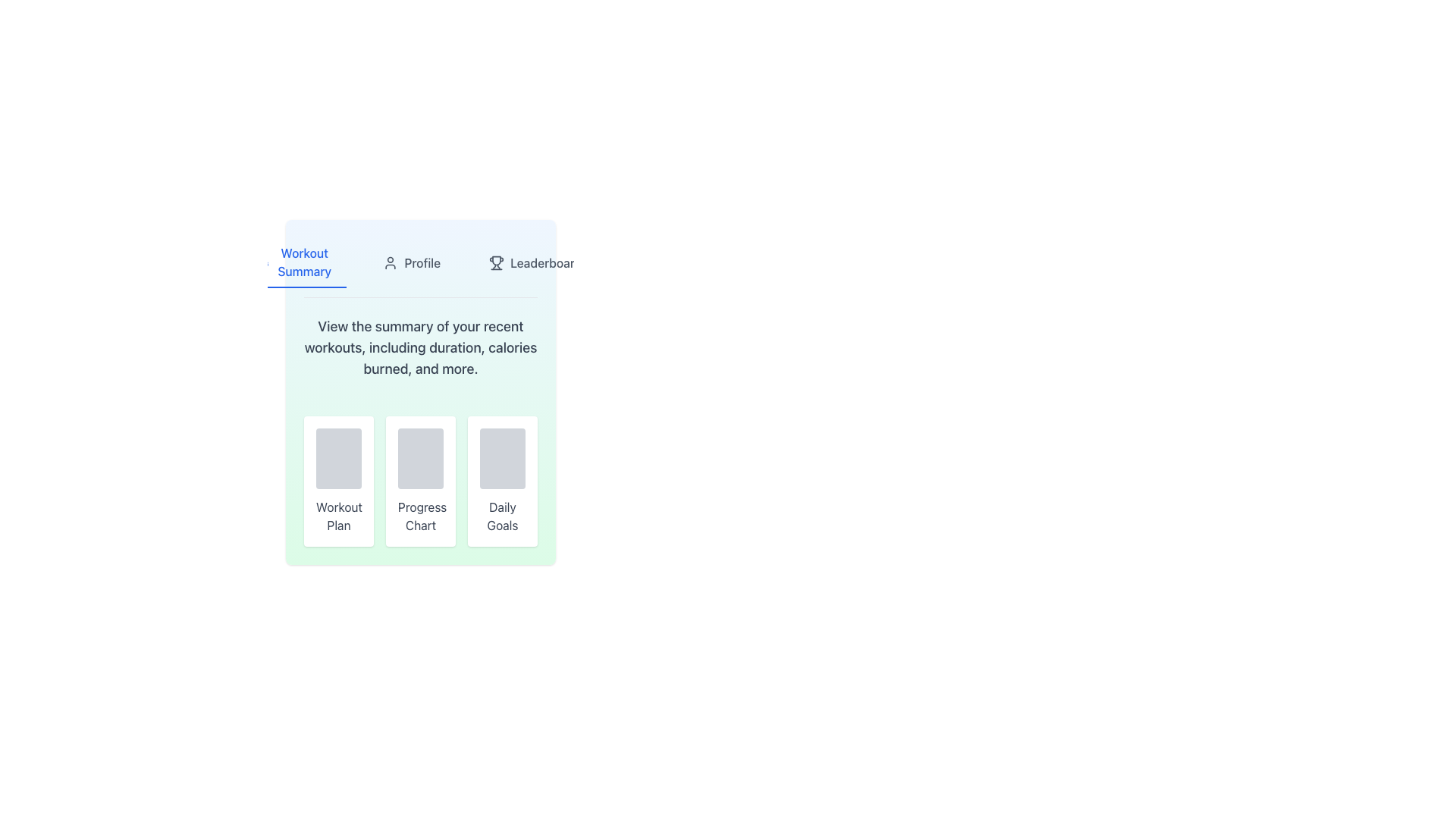  What do you see at coordinates (546, 262) in the screenshot?
I see `the 'Leaderboard' text label in the top navigation bar` at bounding box center [546, 262].